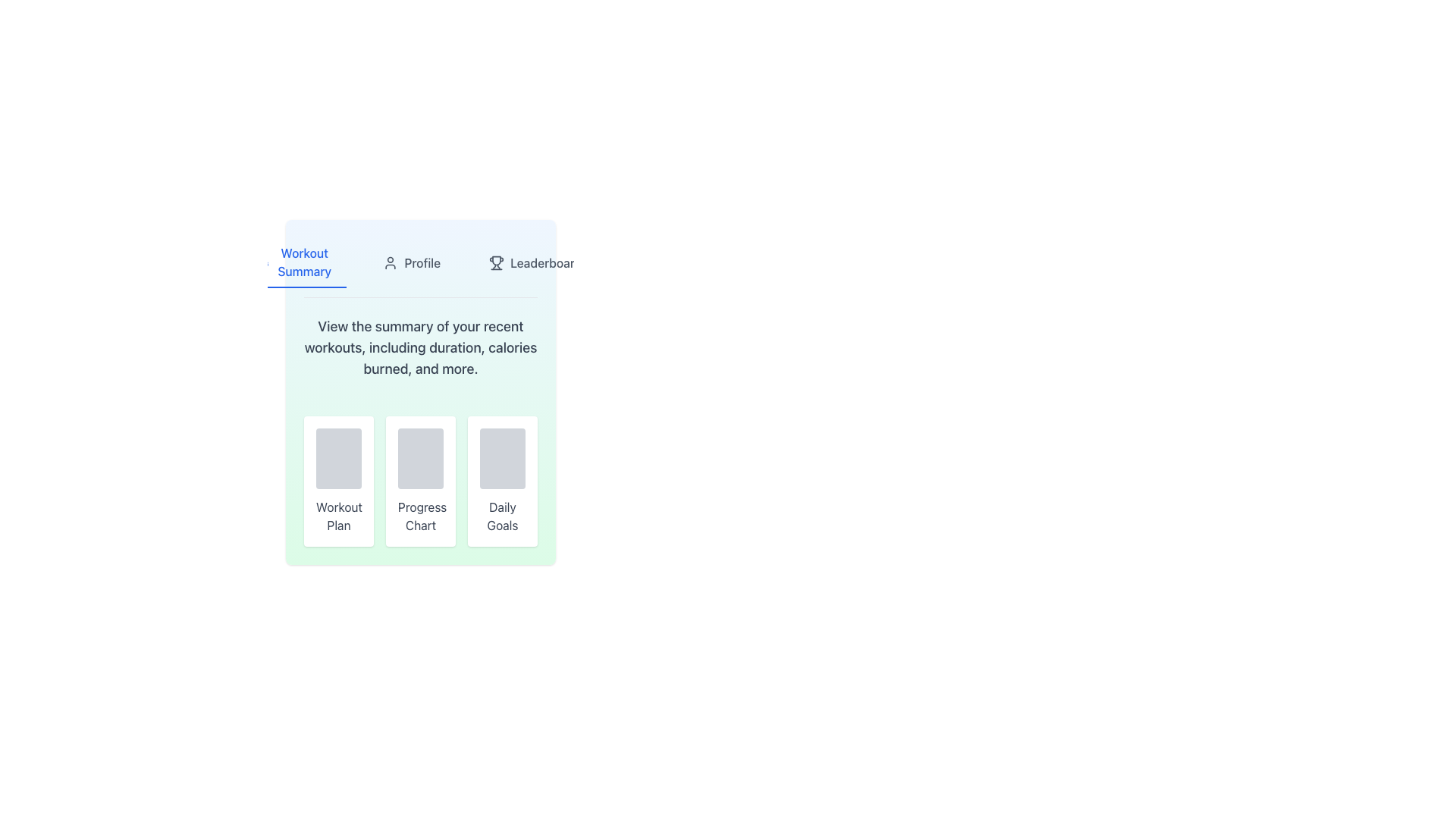  What do you see at coordinates (546, 262) in the screenshot?
I see `the 'Leaderboard' text label in the top navigation bar` at bounding box center [546, 262].